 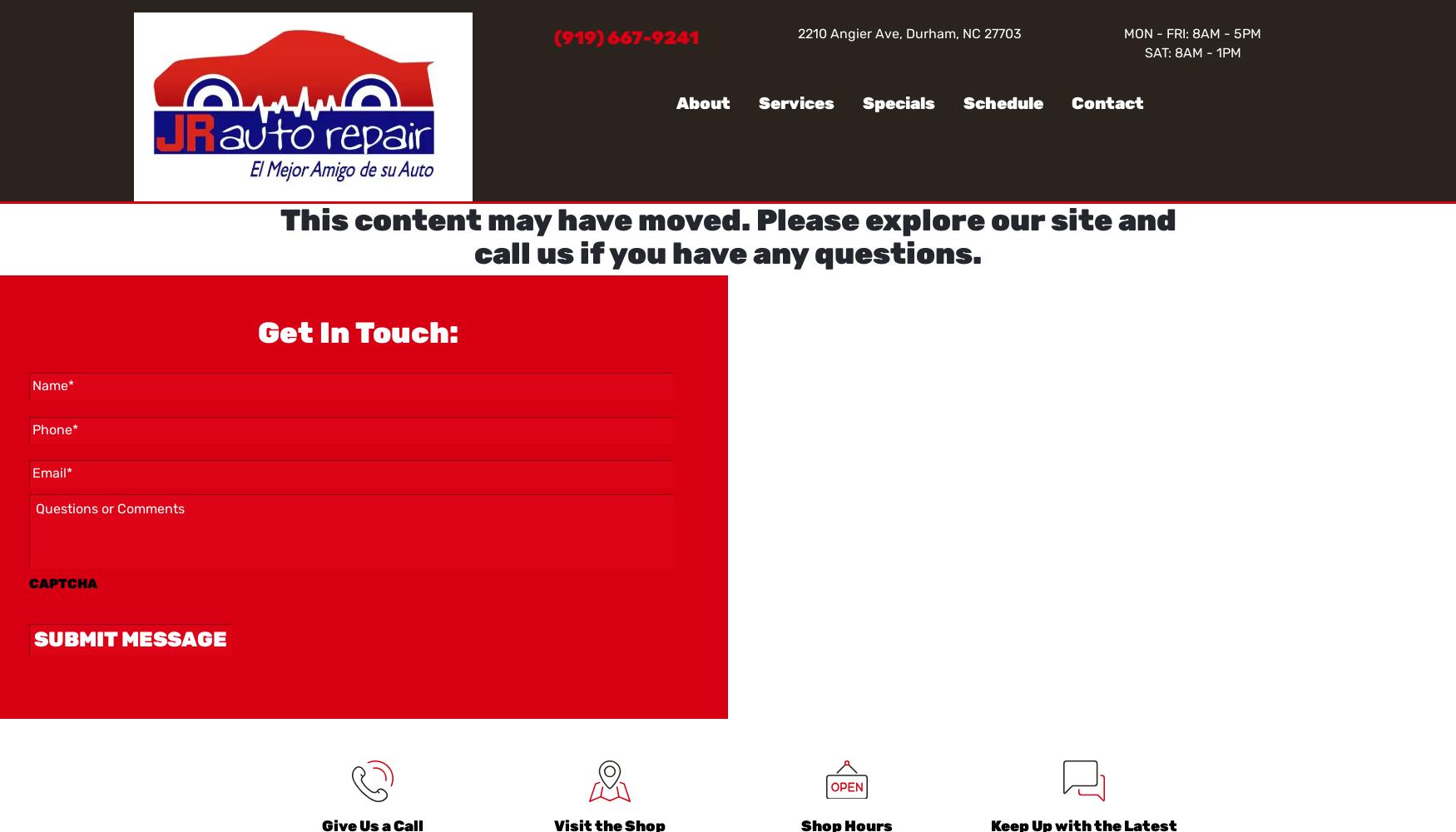 I want to click on 'MON - FRI: 8AM - 5PM', so click(x=1191, y=33).